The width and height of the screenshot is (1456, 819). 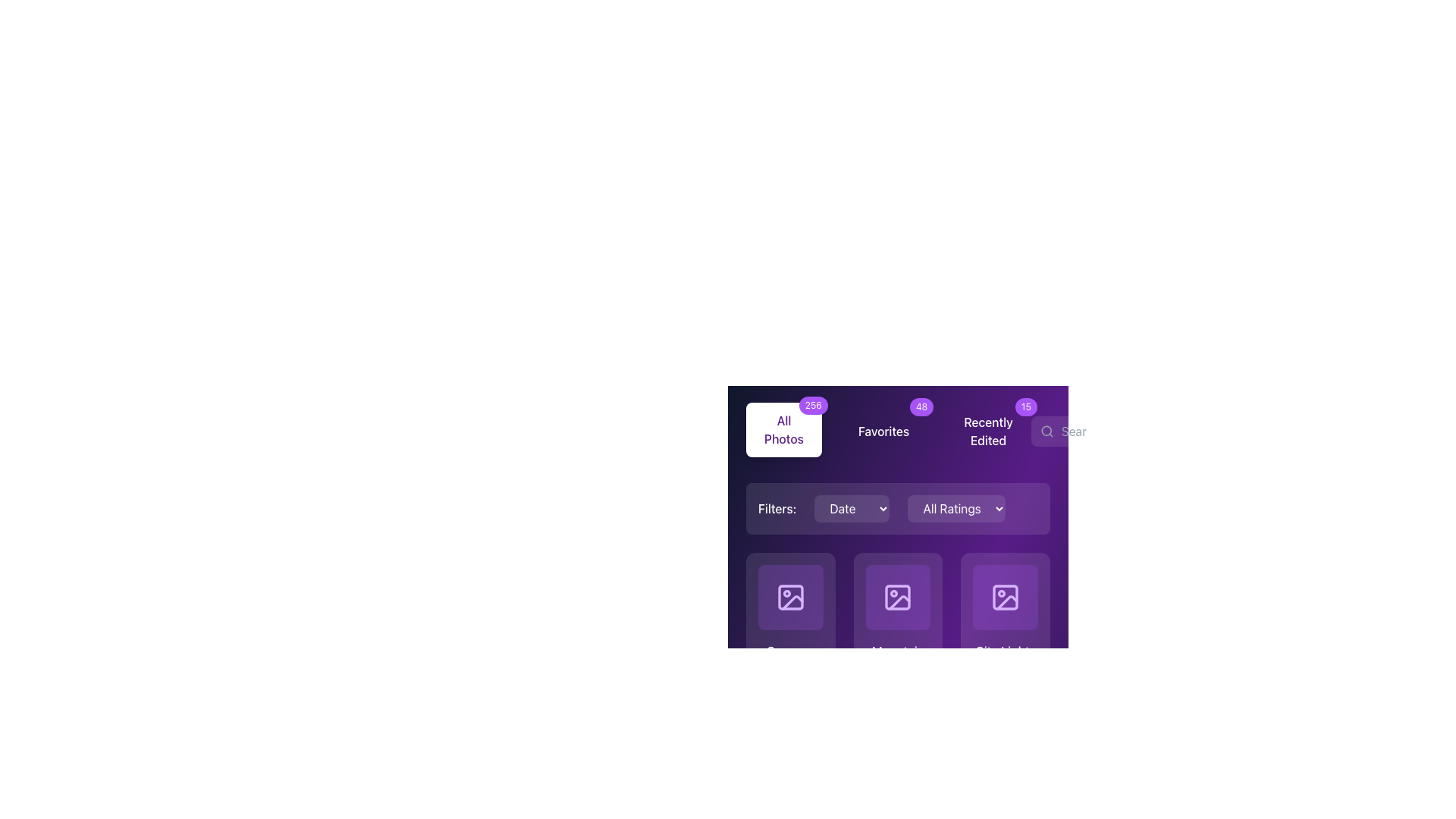 What do you see at coordinates (921, 406) in the screenshot?
I see `displayed number on the 'Favorites' badge located in the upper right corner of the Favorites section` at bounding box center [921, 406].